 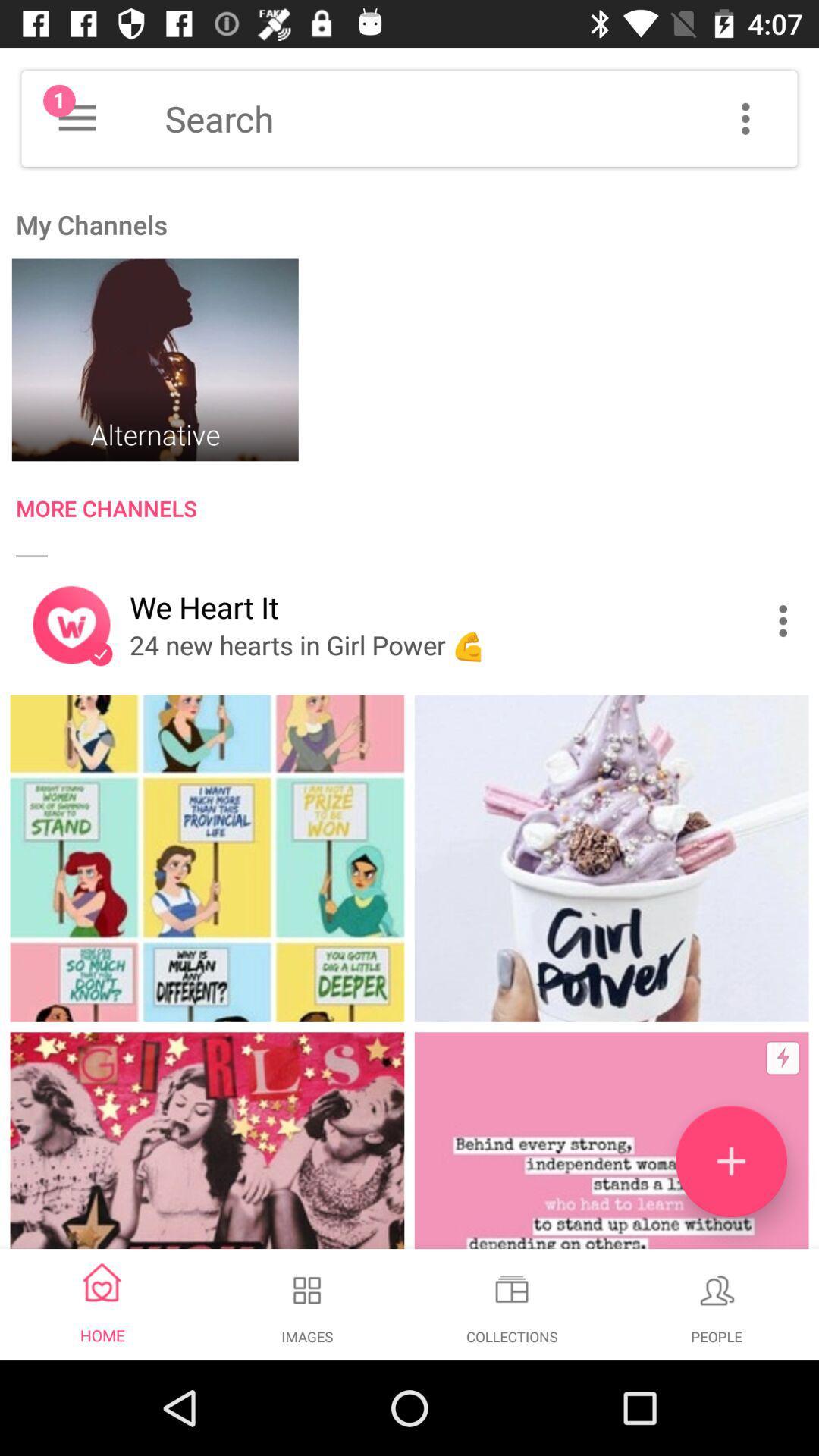 I want to click on the add icon, so click(x=730, y=1160).